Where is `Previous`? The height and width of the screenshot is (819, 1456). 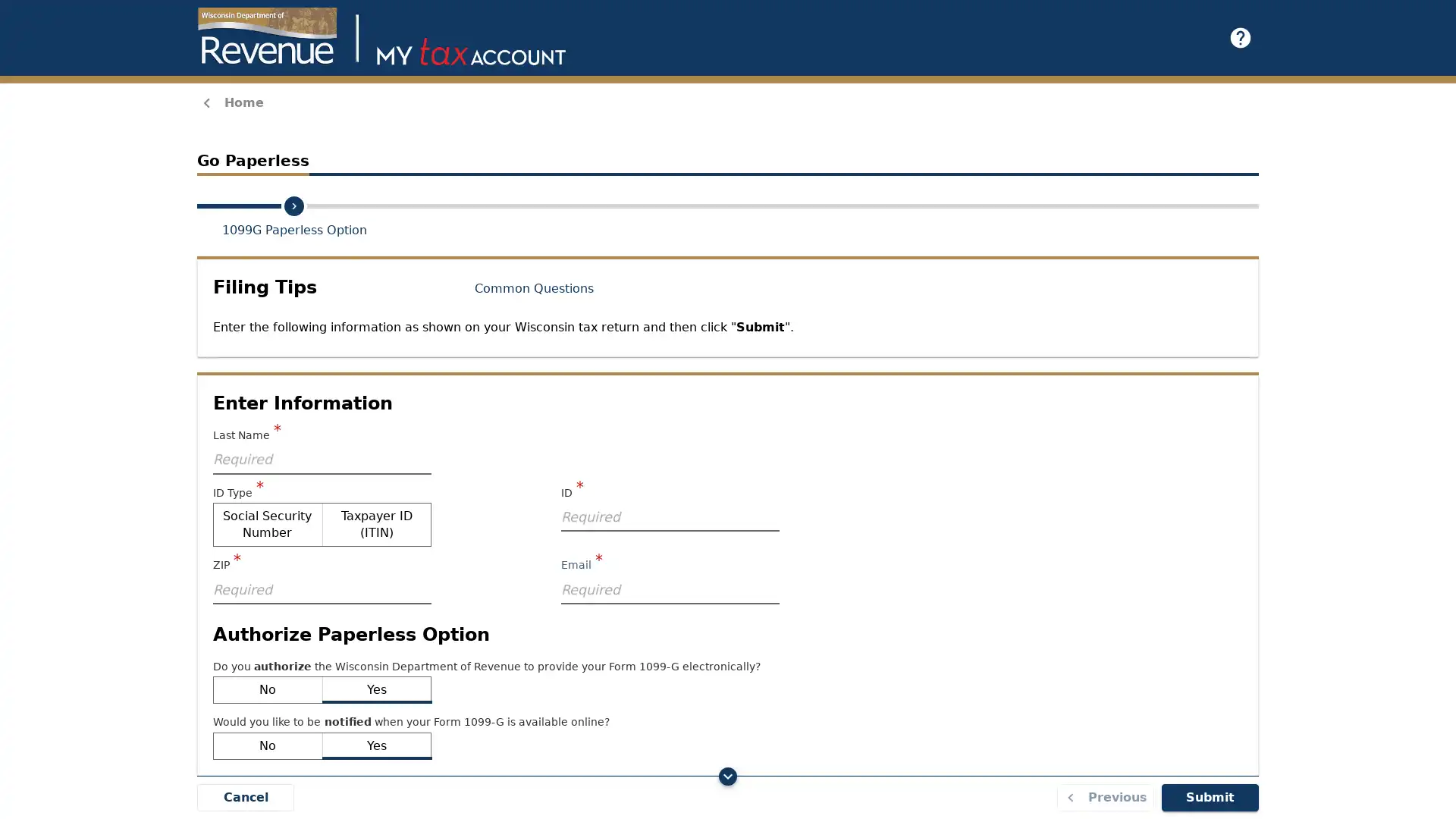 Previous is located at coordinates (1106, 796).